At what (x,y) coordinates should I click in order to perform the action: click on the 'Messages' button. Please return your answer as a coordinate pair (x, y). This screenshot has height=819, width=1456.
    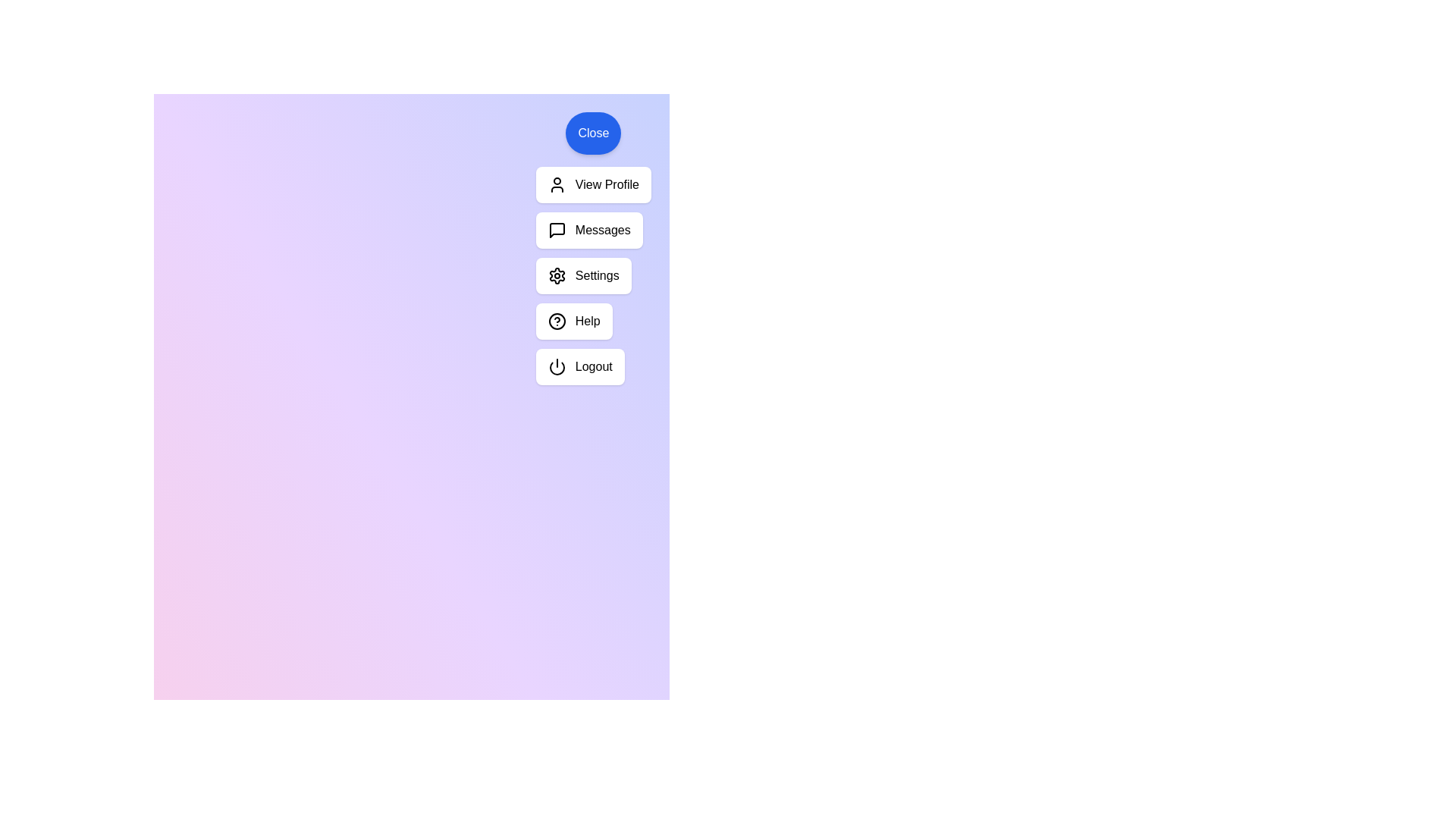
    Looking at the image, I should click on (588, 231).